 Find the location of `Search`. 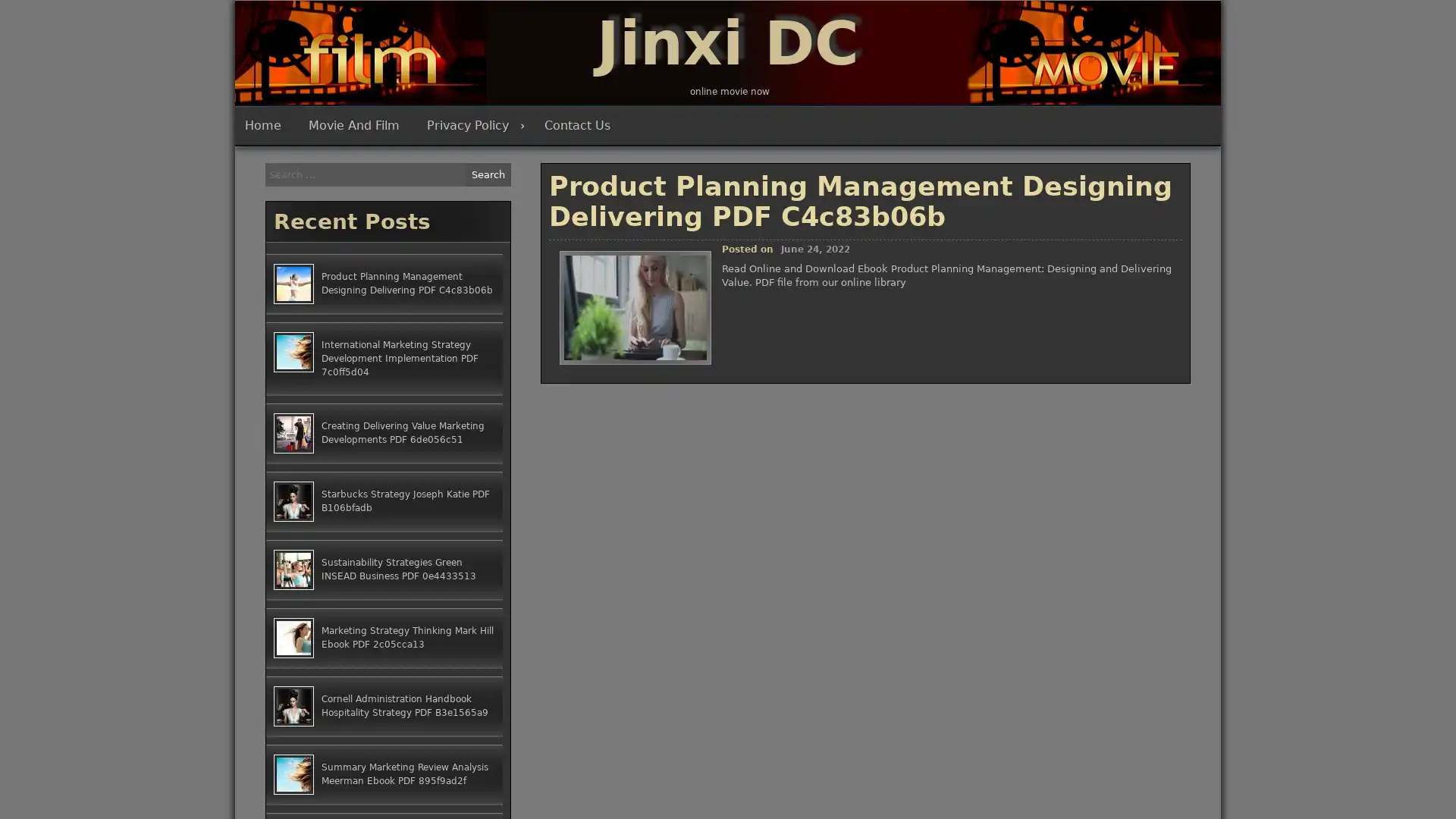

Search is located at coordinates (488, 174).